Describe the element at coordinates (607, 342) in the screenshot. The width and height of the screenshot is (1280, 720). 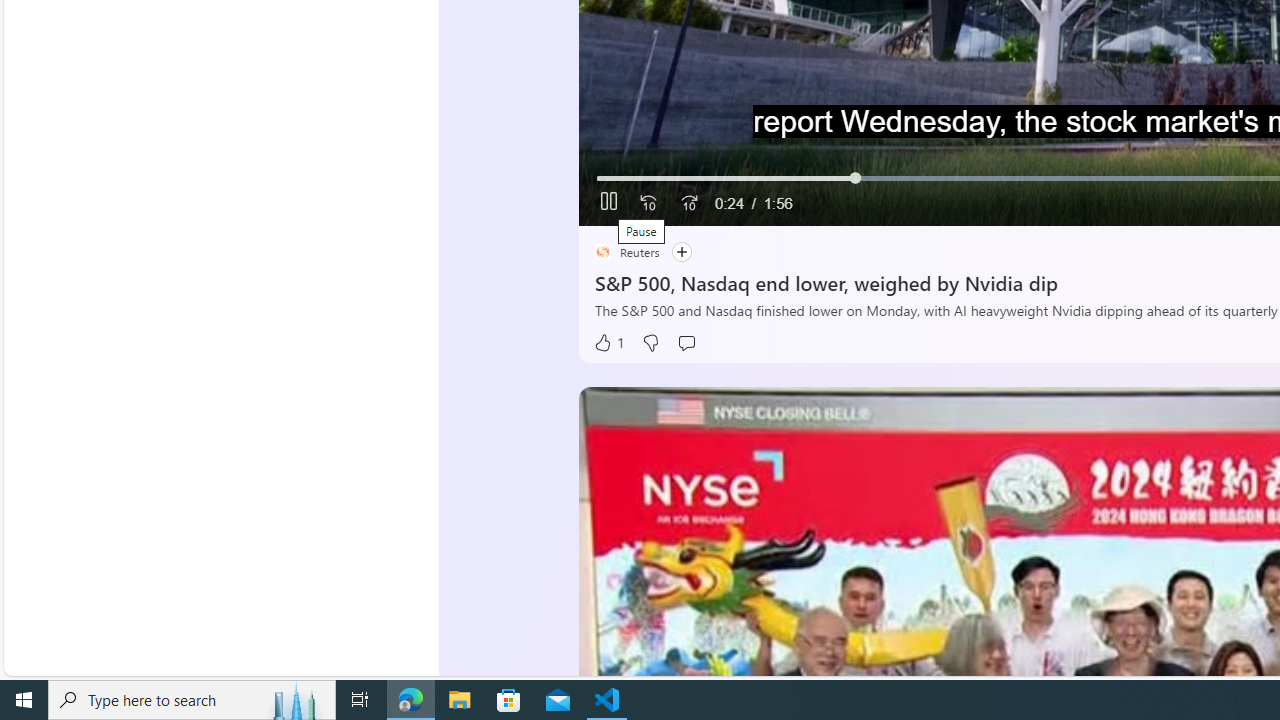
I see `'1 Like'` at that location.